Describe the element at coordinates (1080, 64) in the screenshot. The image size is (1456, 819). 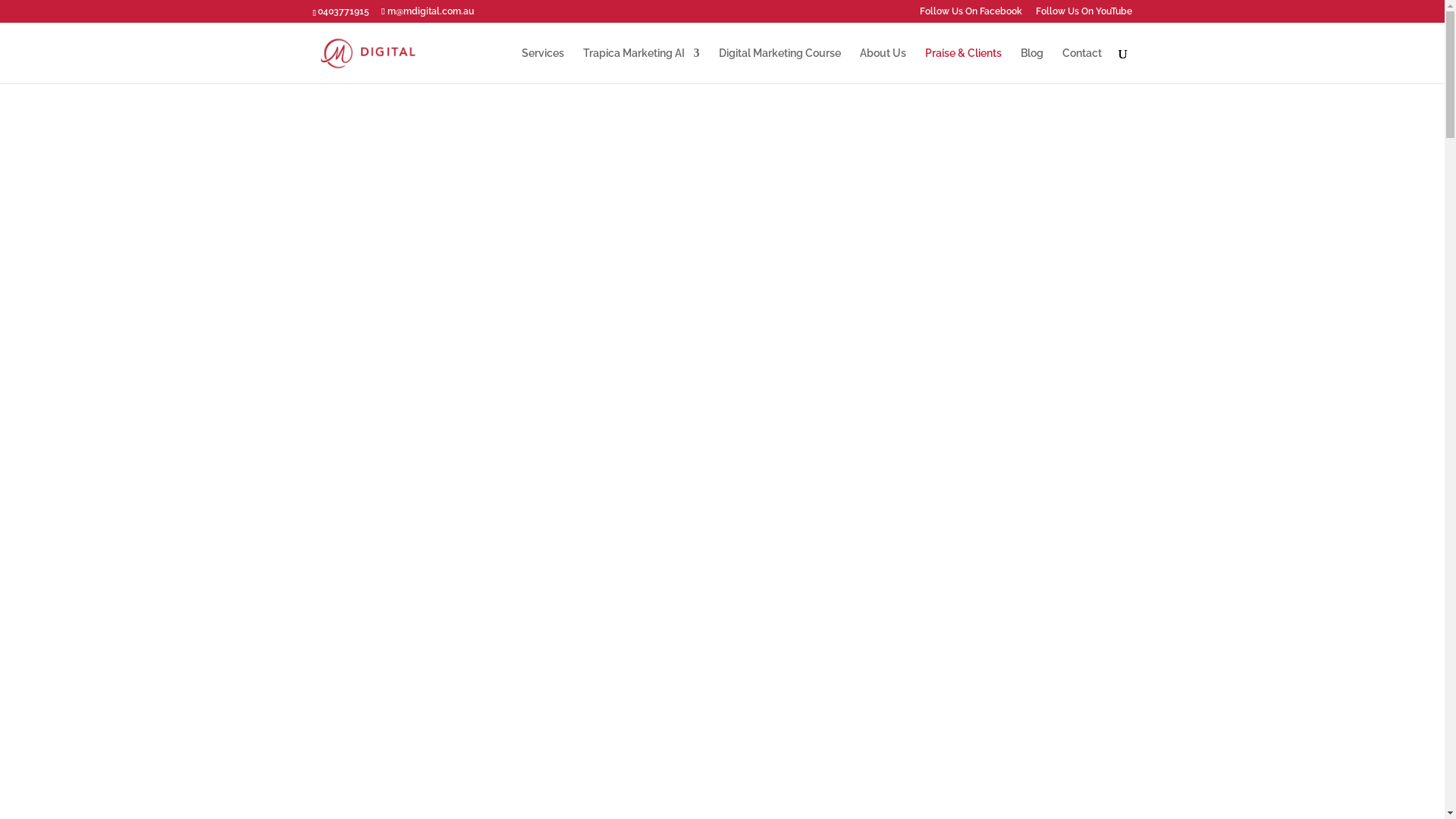
I see `'Contact'` at that location.